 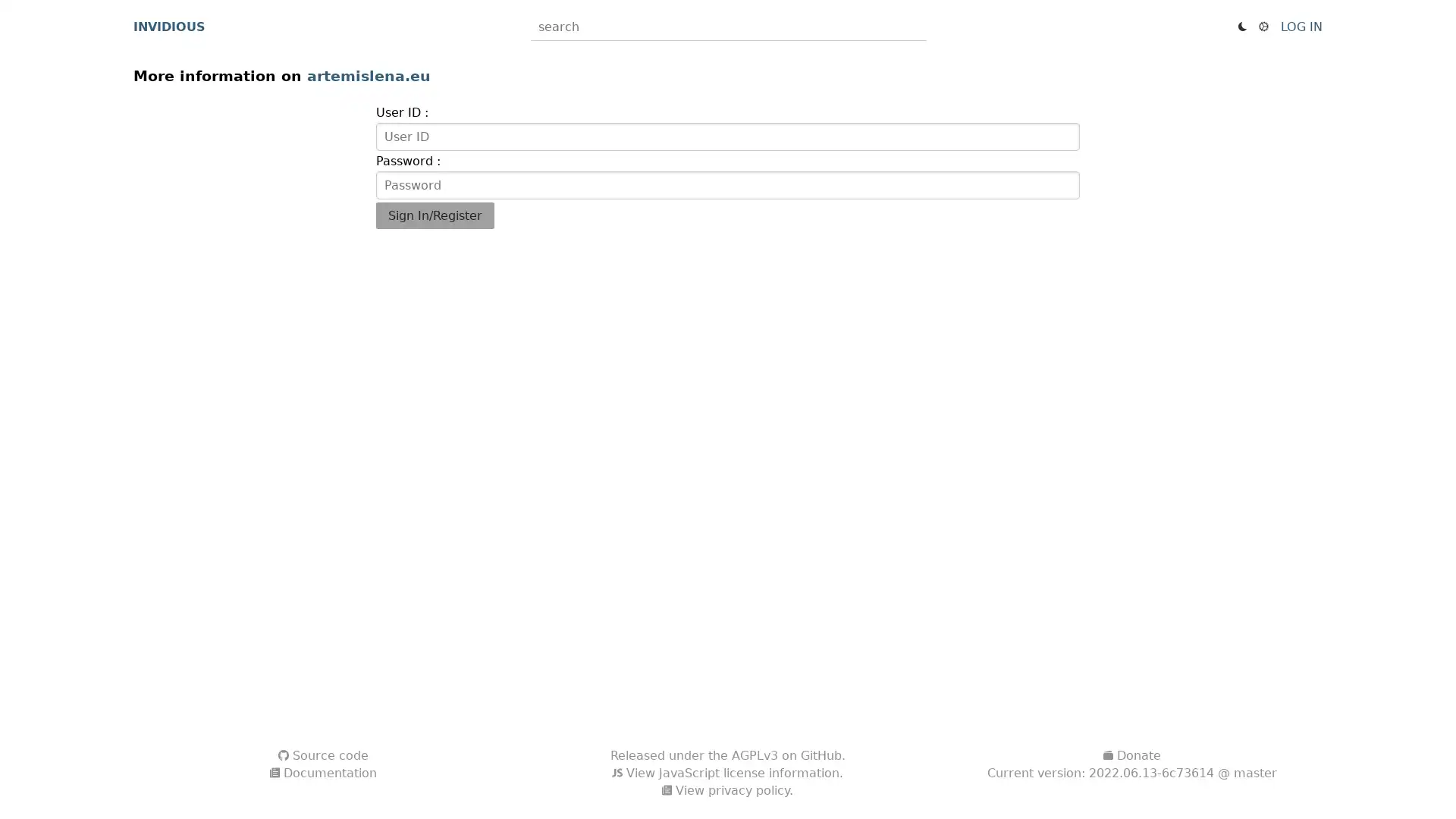 I want to click on Sign In/Register, so click(x=433, y=215).